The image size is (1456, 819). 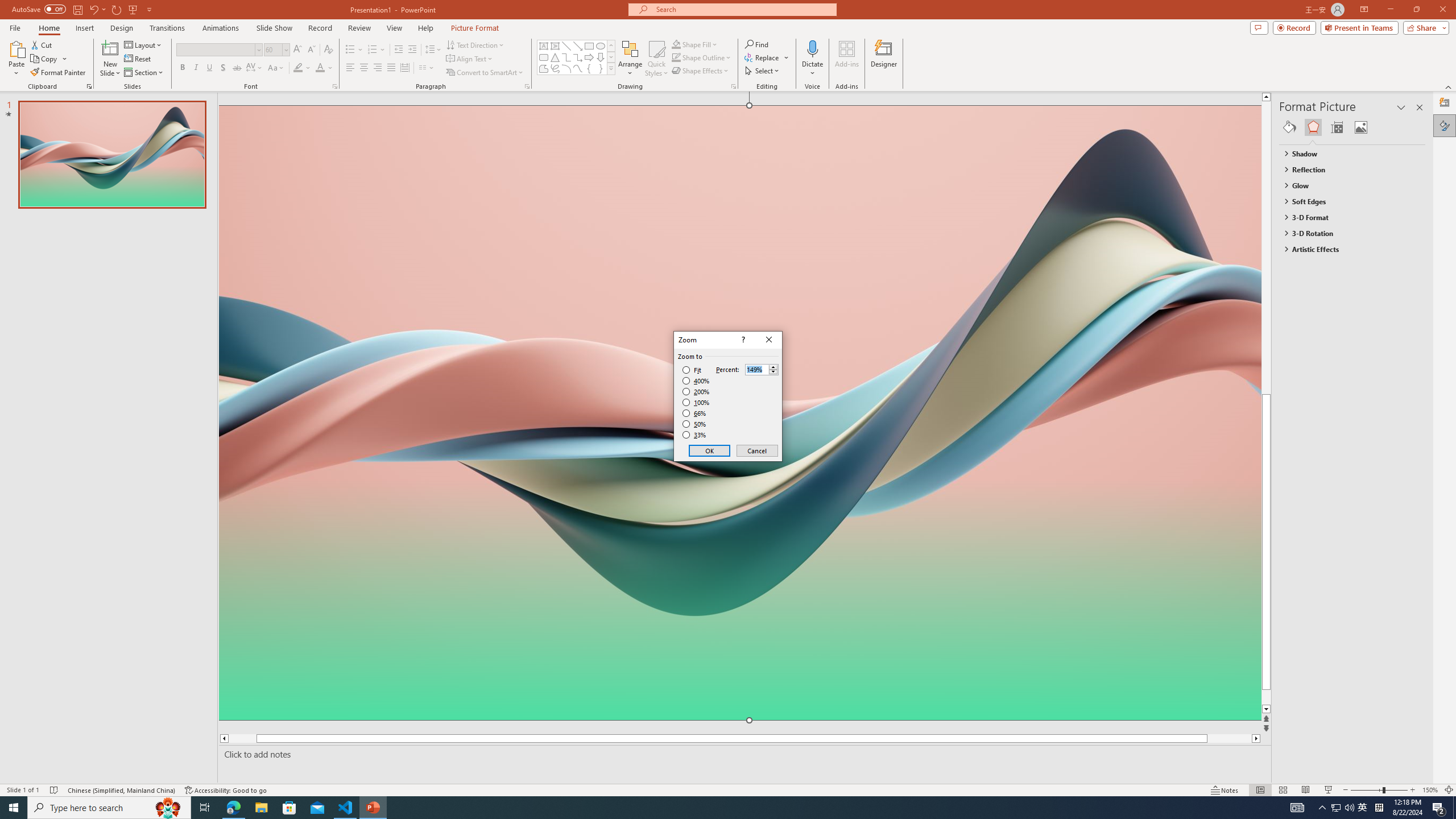 I want to click on '3-D Rotation', so click(x=1347, y=233).